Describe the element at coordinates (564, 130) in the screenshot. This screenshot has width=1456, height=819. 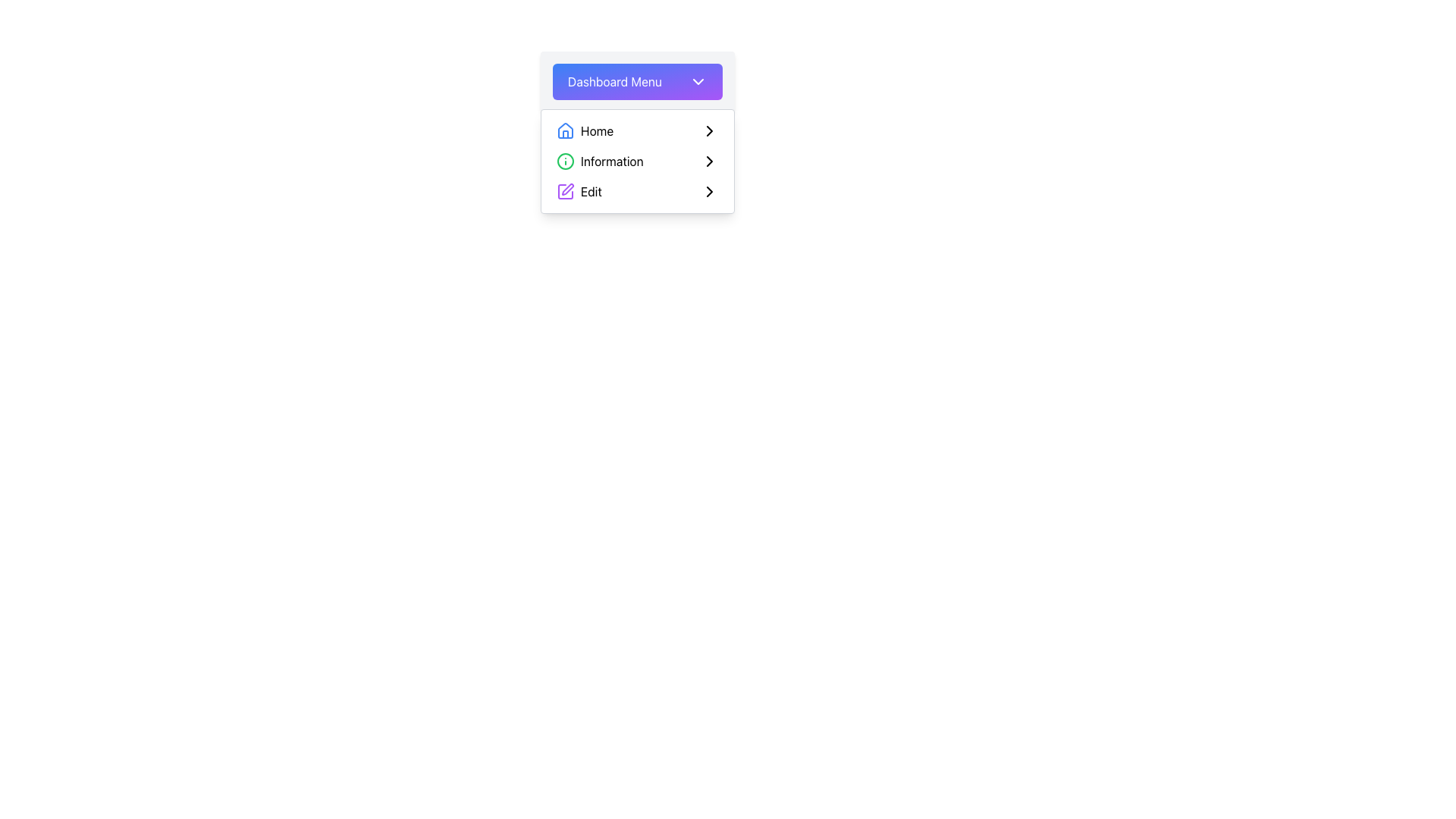
I see `the house-shaped icon with a blue outline, which represents a home button, located directly before the 'Home' label in the menu section` at that location.